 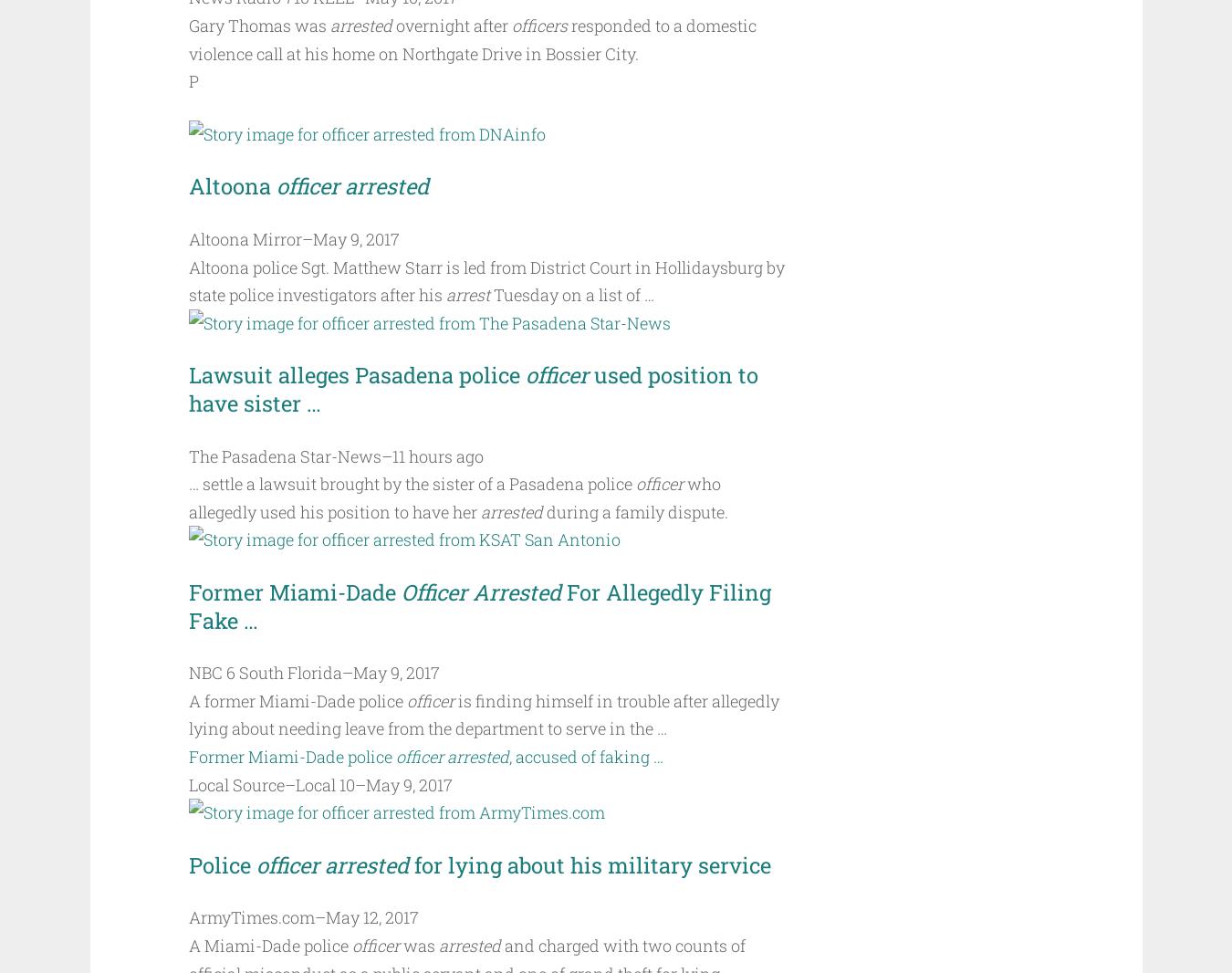 I want to click on 'Altoona police Sgt. Matthew Starr is led from District Court in Hollidaysburg by state police investigators after his', so click(x=485, y=280).